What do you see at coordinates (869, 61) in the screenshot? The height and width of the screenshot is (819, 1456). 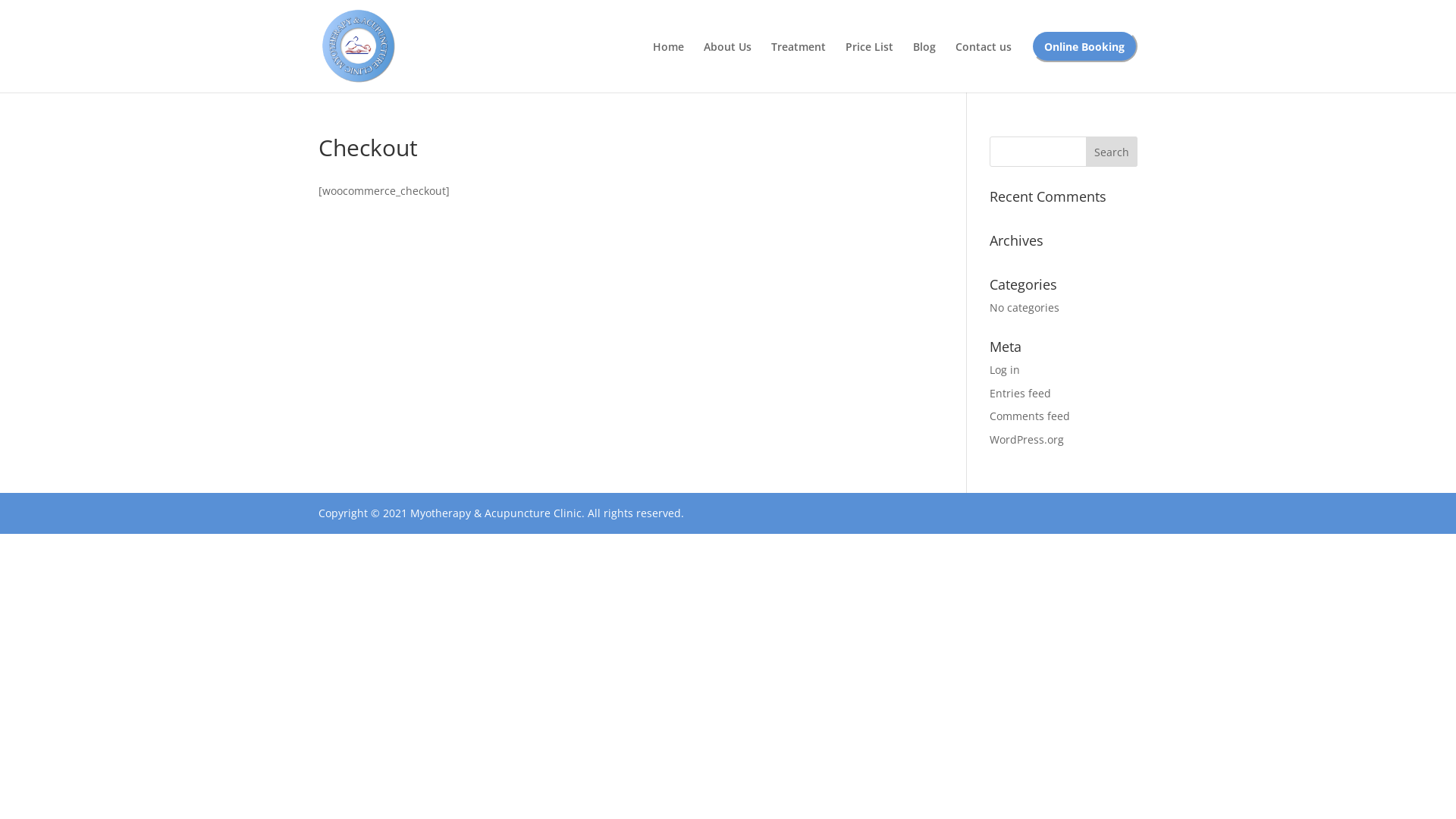 I see `'Price List'` at bounding box center [869, 61].